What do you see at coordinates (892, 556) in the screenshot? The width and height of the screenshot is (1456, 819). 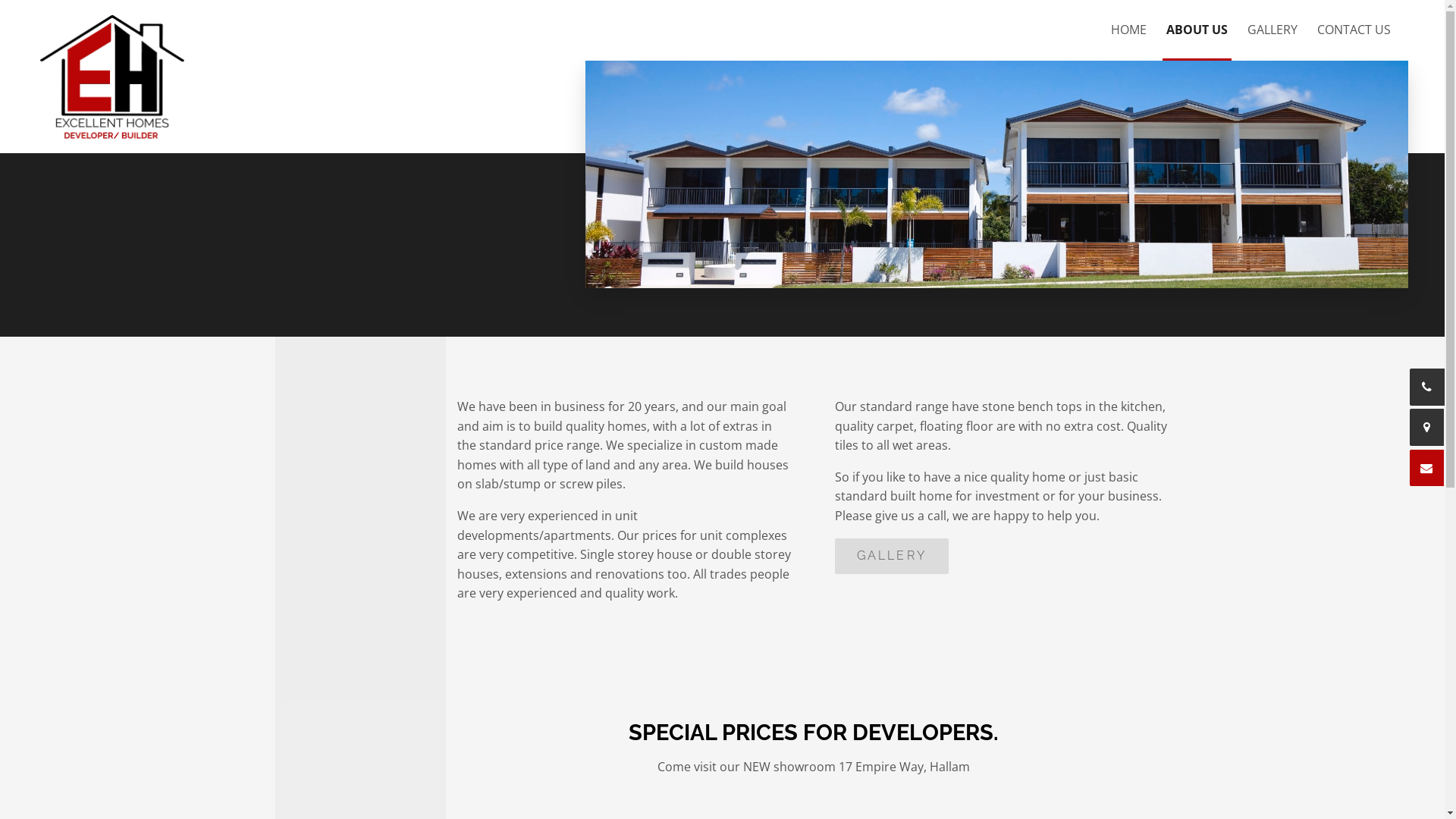 I see `'GALLERY'` at bounding box center [892, 556].